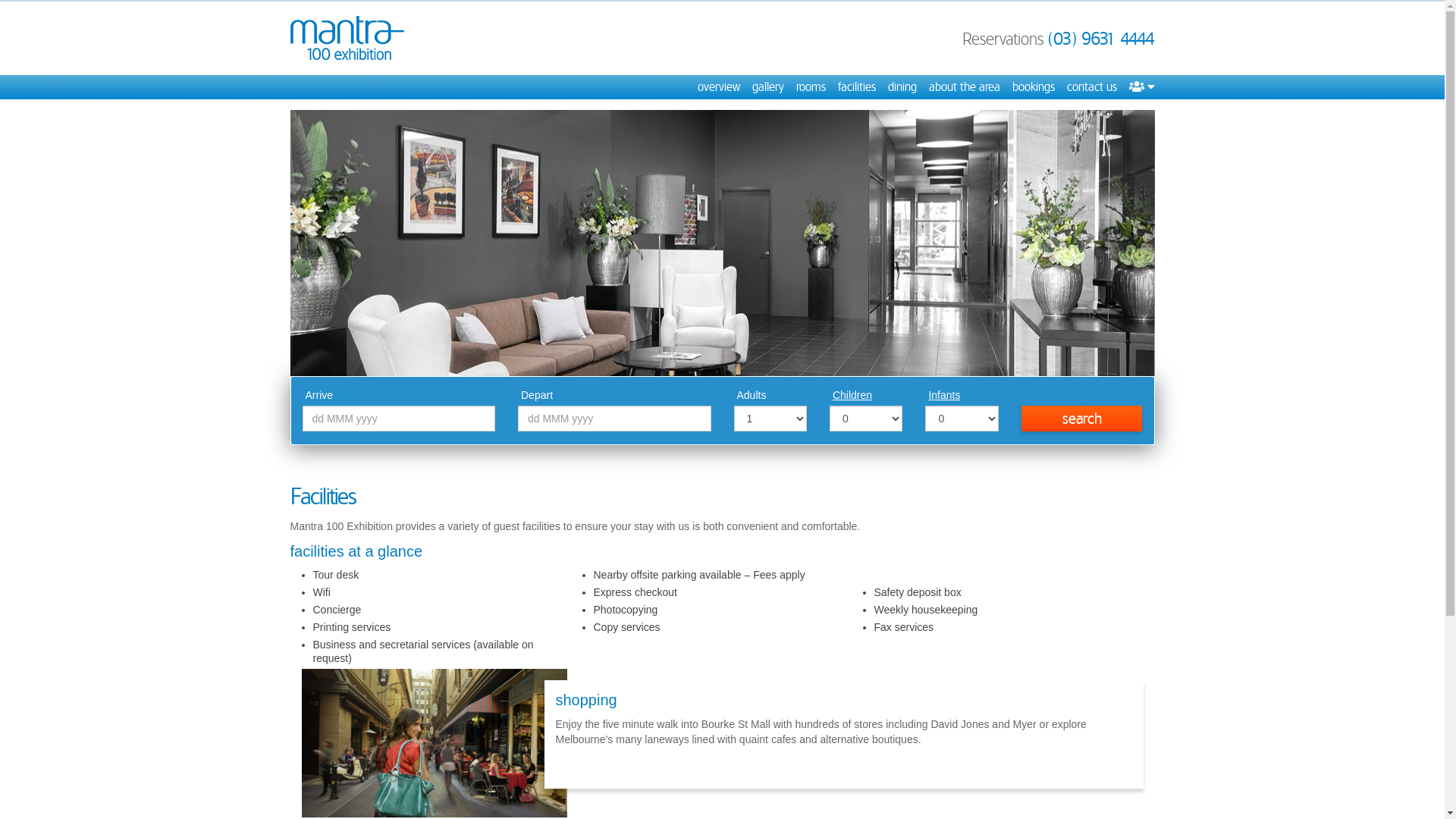 The width and height of the screenshot is (1456, 819). I want to click on 'dining', so click(902, 87).